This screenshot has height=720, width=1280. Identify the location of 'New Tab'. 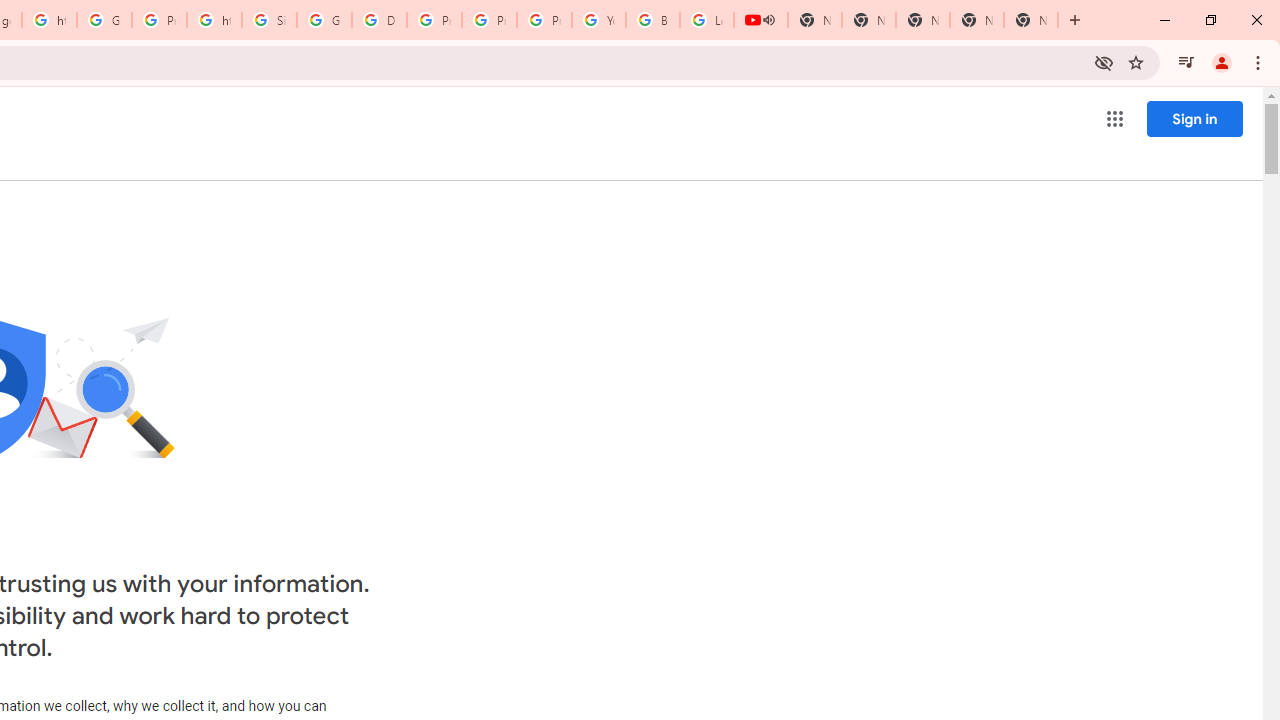
(1031, 20).